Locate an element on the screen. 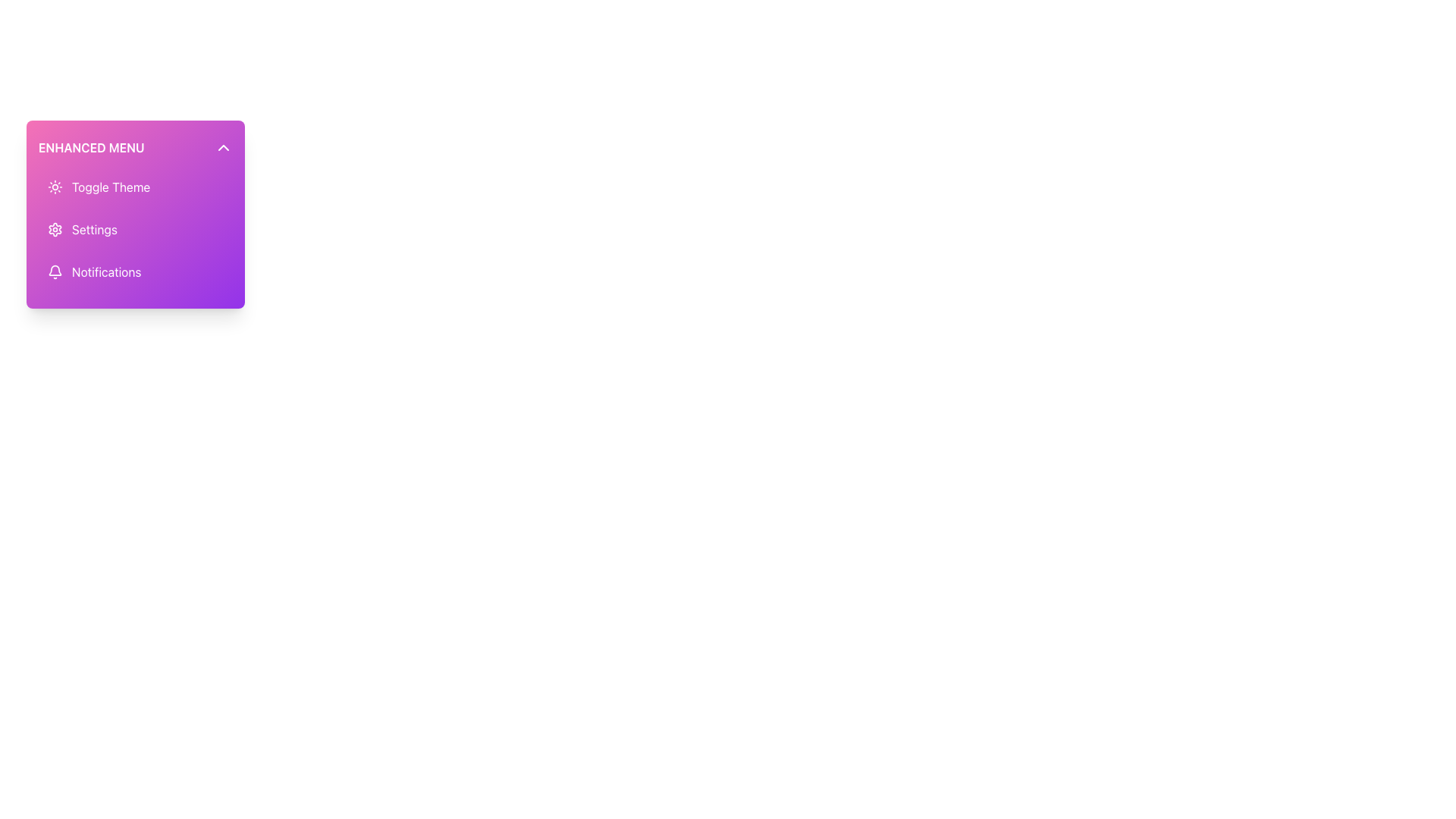 The height and width of the screenshot is (819, 1456). the 'Toggle Theme' button with a gradient purple background is located at coordinates (135, 186).